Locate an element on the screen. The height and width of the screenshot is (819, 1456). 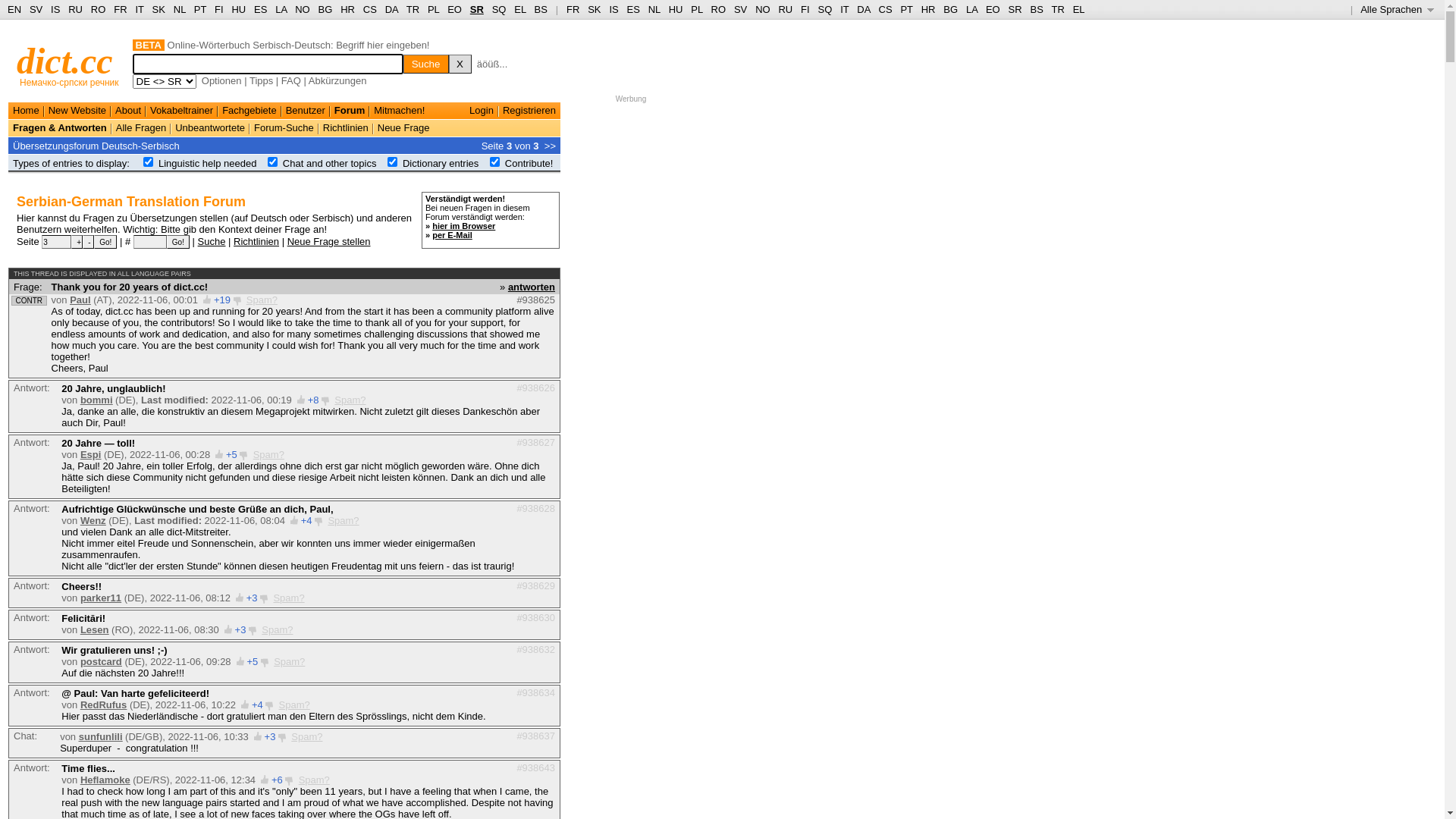
'X' is located at coordinates (459, 63).